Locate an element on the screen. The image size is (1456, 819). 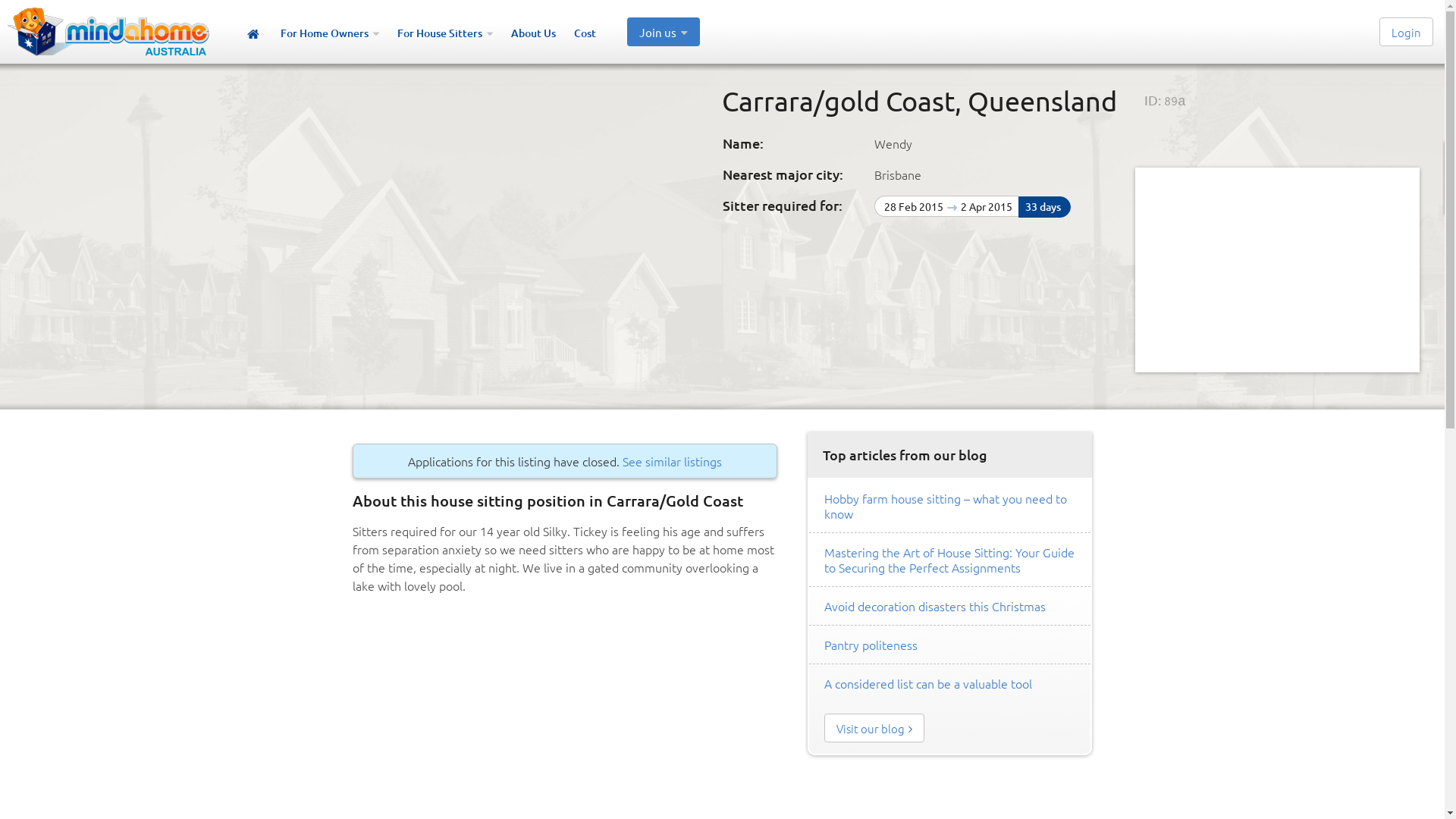
'Join us' is located at coordinates (663, 32).